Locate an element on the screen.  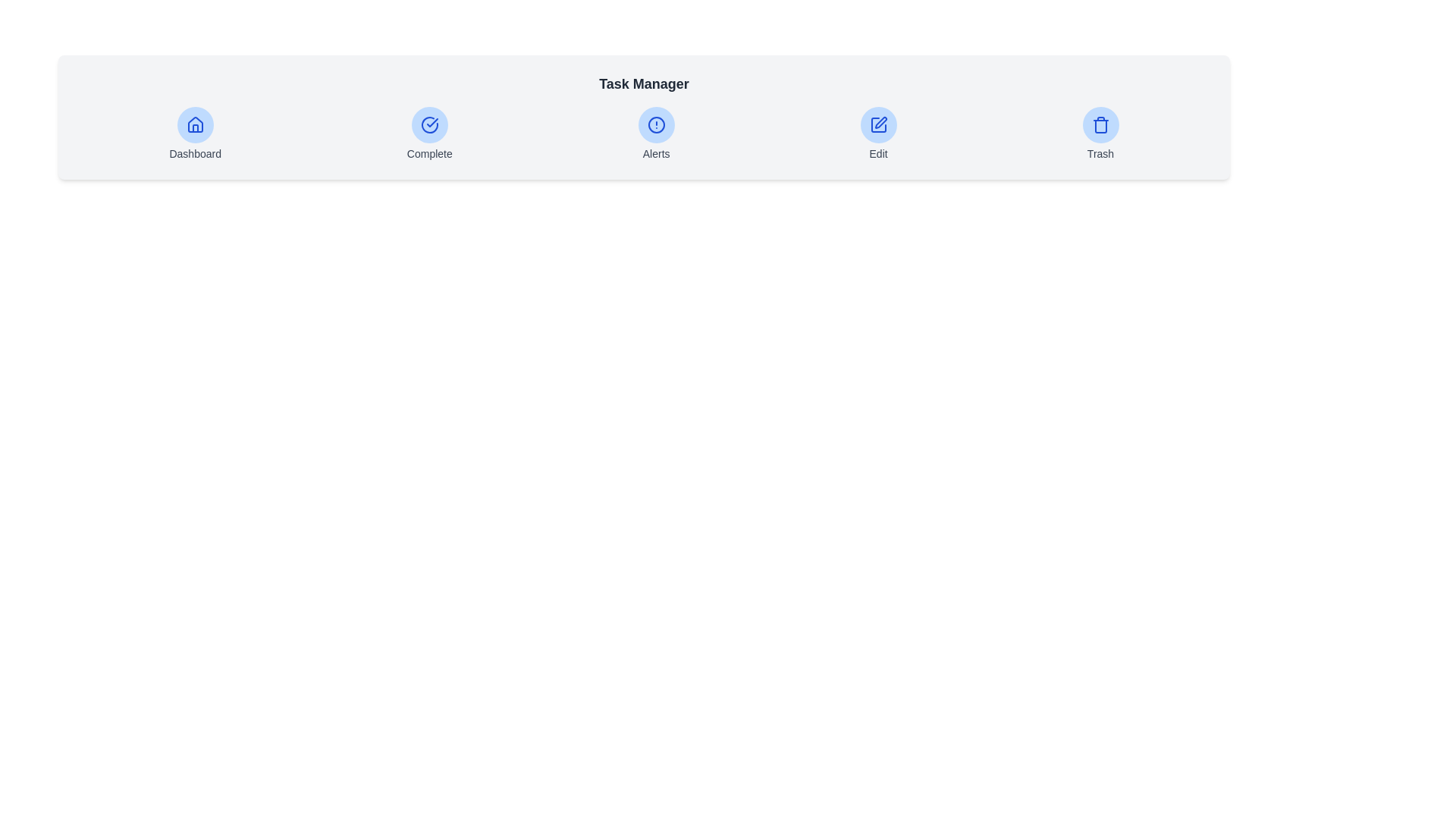
the 'Complete' icon within the button in the navigation bar, which serves as a status indicator for task completion is located at coordinates (428, 124).